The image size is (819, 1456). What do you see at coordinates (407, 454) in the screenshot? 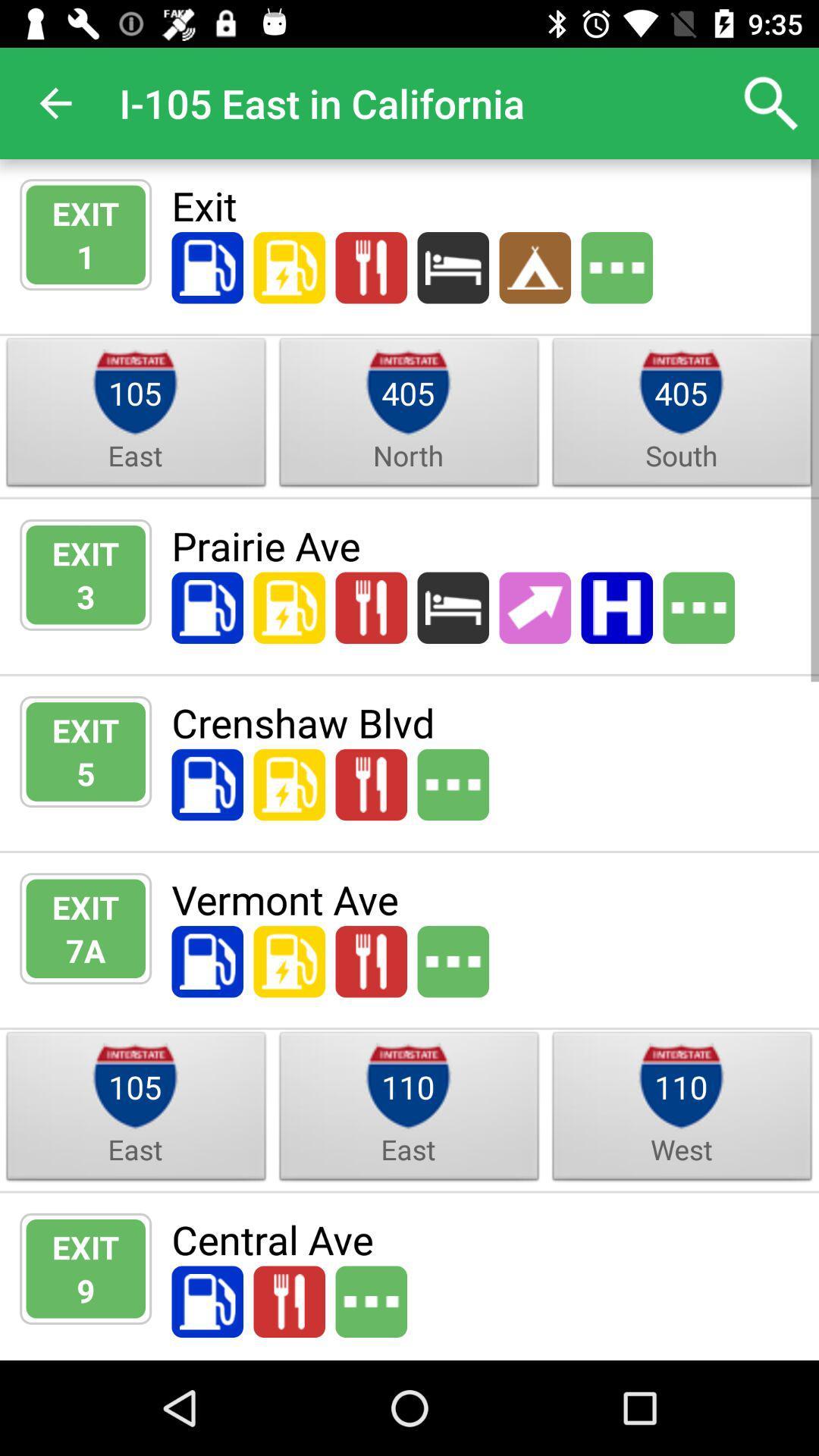
I see `north` at bounding box center [407, 454].